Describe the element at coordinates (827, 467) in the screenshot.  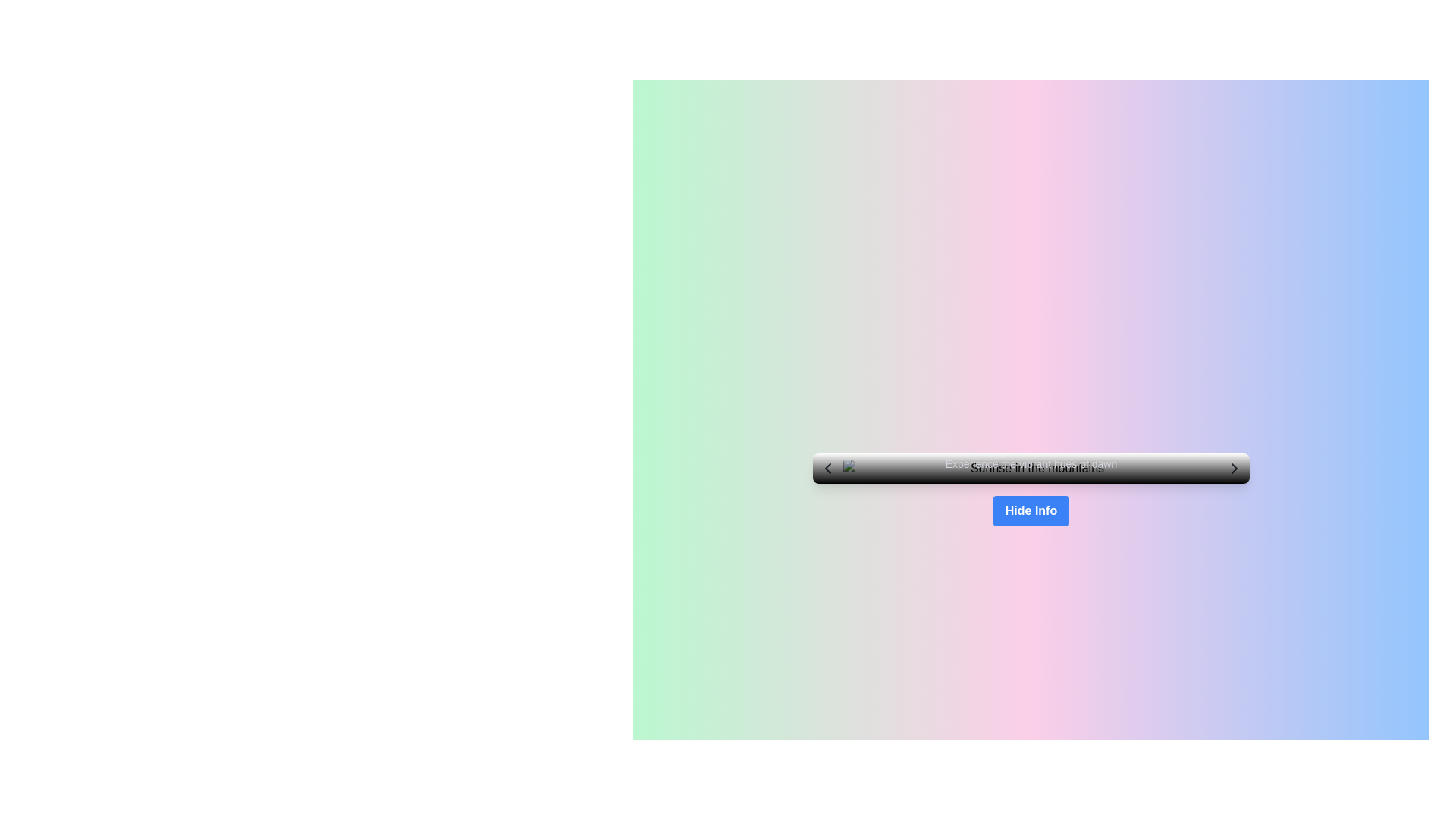
I see `the button with a dark background and a leftward-pointing chevron icon` at that location.